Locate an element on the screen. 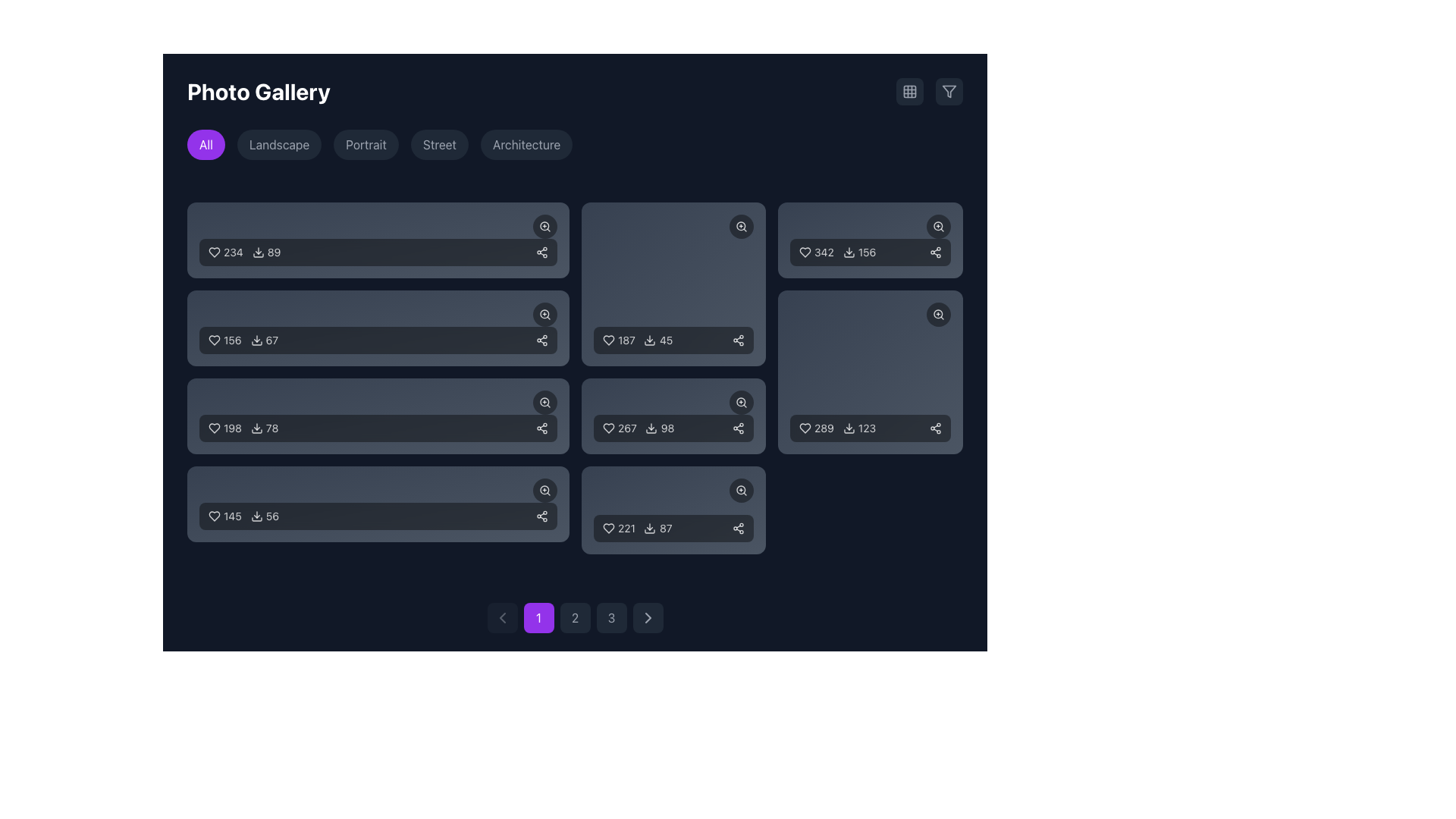  the circular zoom-in button with a magnifying glass icon located at the top-right corner of the image statistics card is located at coordinates (544, 402).